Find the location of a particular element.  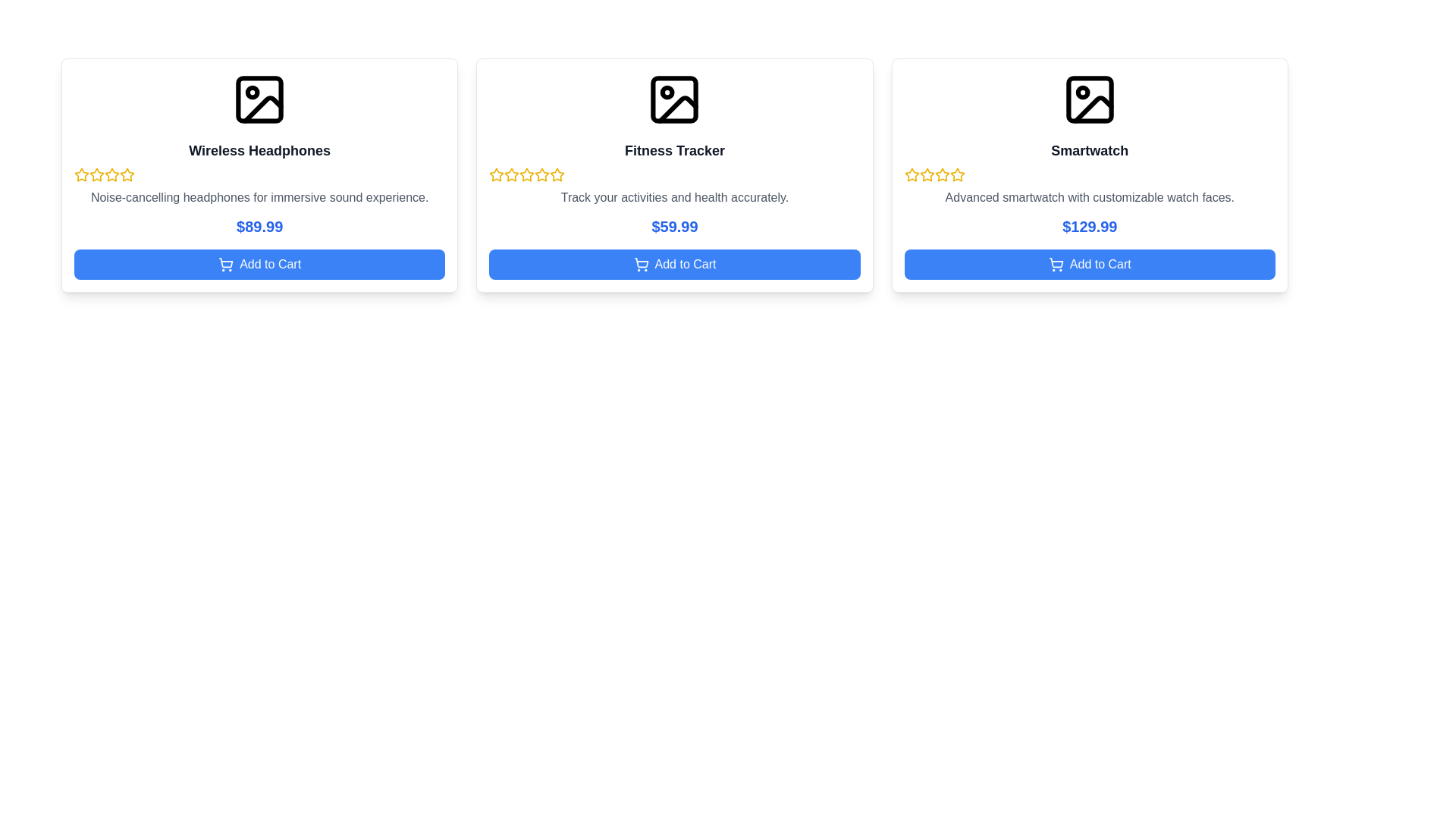

the product description text located below the 'Smartwatch' heading and above the price '$129.99' in the product card on the rightmost side of the row is located at coordinates (1089, 197).